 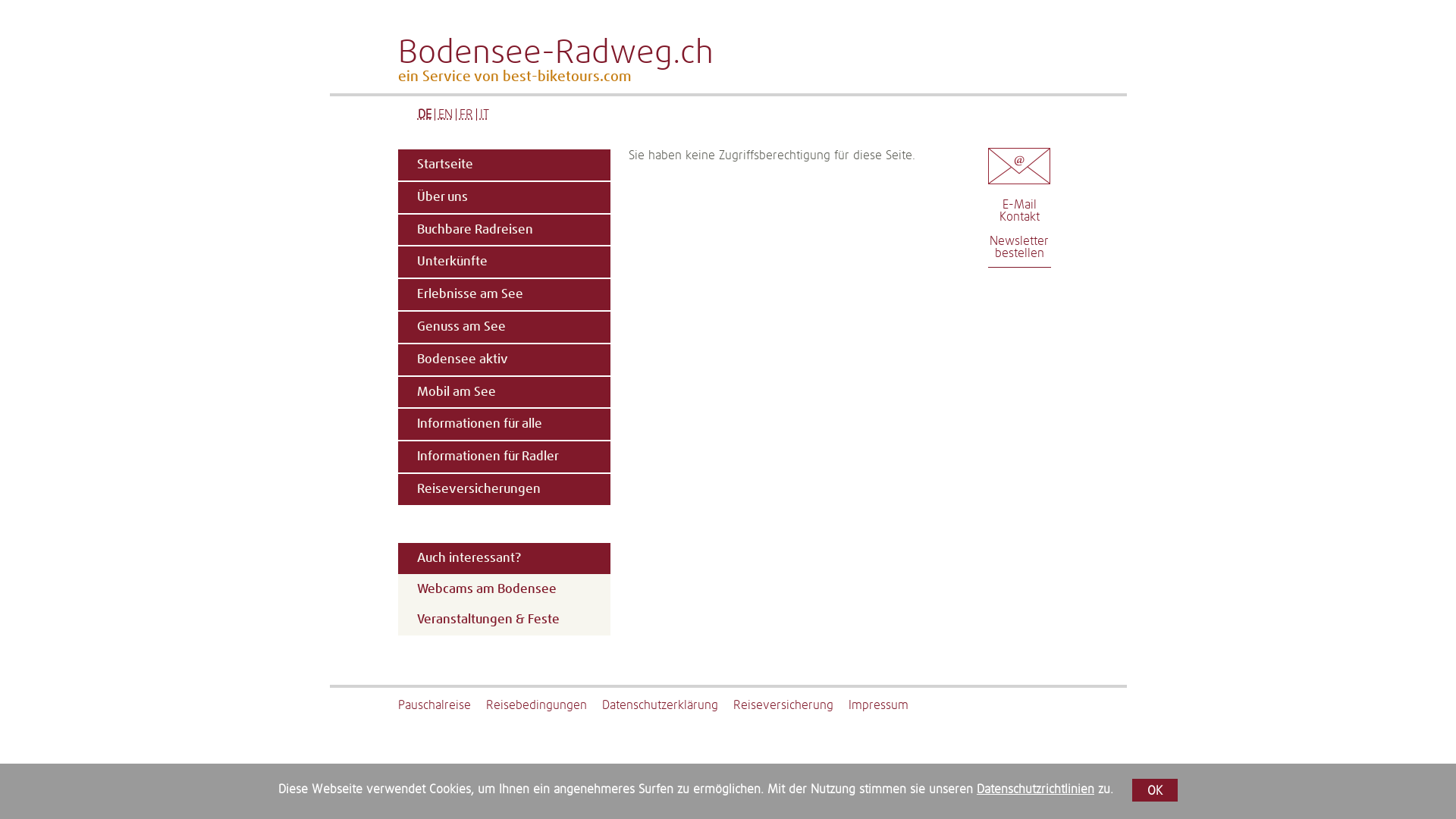 I want to click on 'Reisebedingungen', so click(x=543, y=704).